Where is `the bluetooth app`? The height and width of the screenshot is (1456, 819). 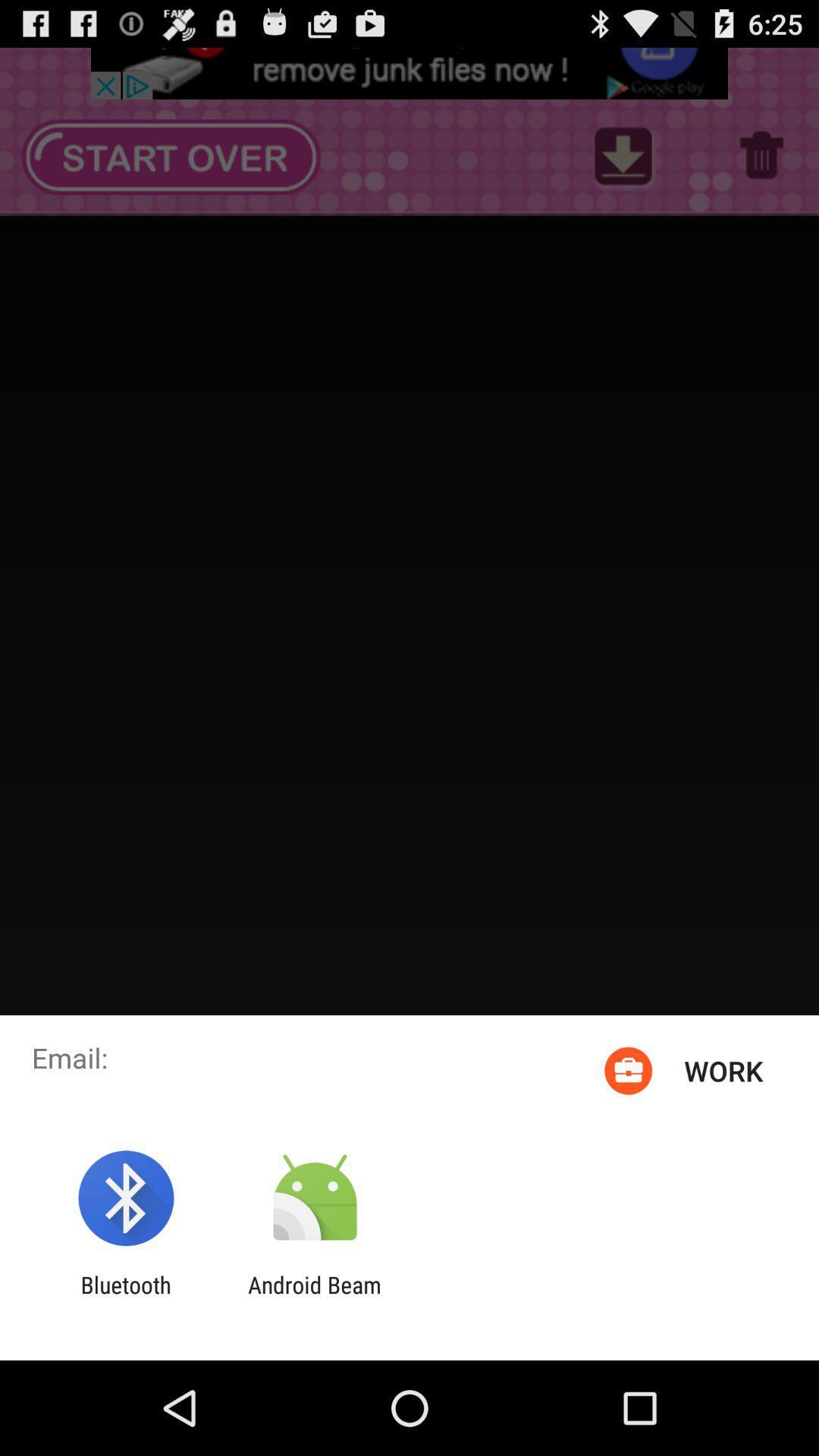 the bluetooth app is located at coordinates (125, 1298).